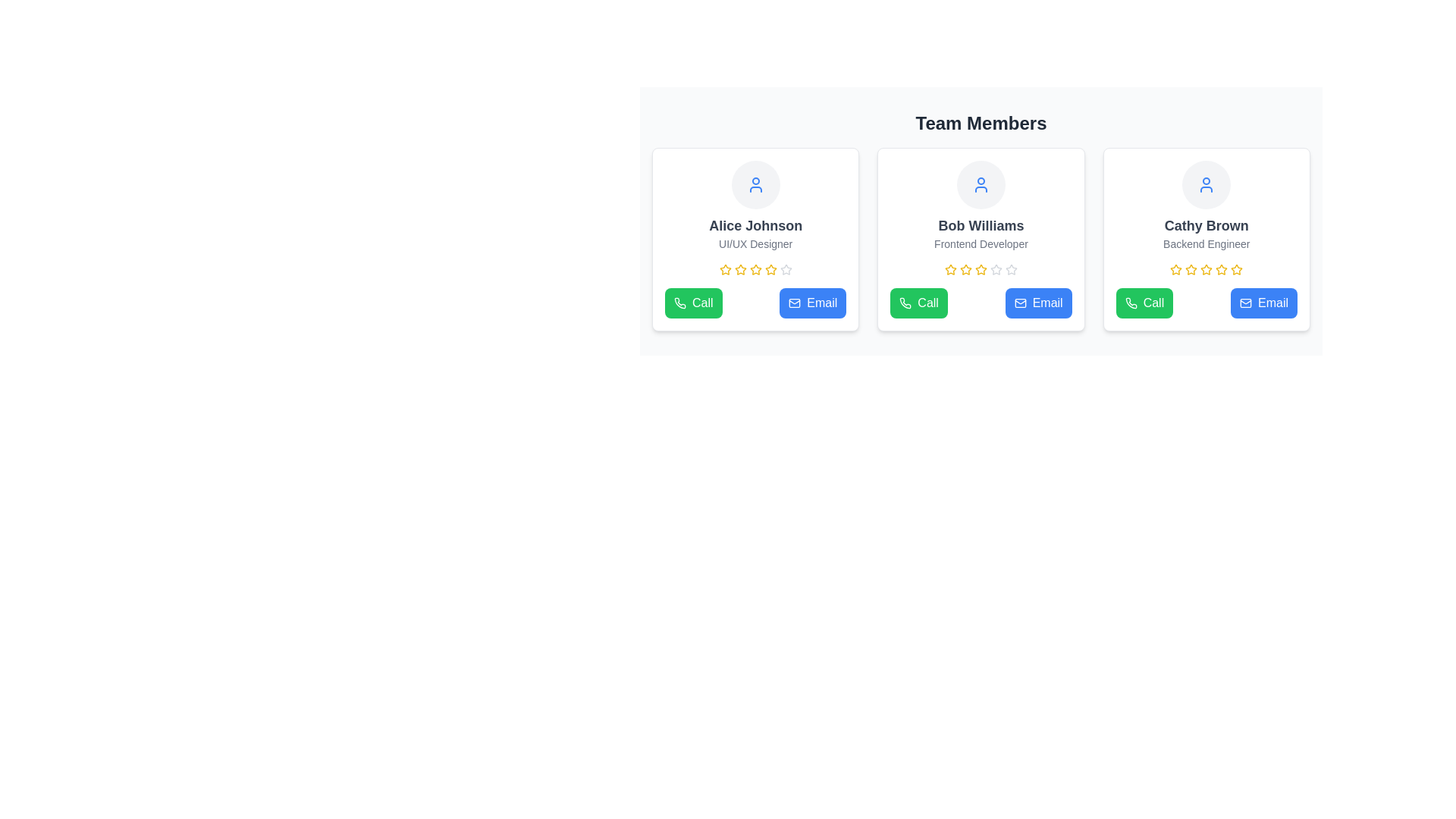 The image size is (1456, 819). What do you see at coordinates (692, 303) in the screenshot?
I see `the green 'Call' button with a phone icon to initiate a call` at bounding box center [692, 303].